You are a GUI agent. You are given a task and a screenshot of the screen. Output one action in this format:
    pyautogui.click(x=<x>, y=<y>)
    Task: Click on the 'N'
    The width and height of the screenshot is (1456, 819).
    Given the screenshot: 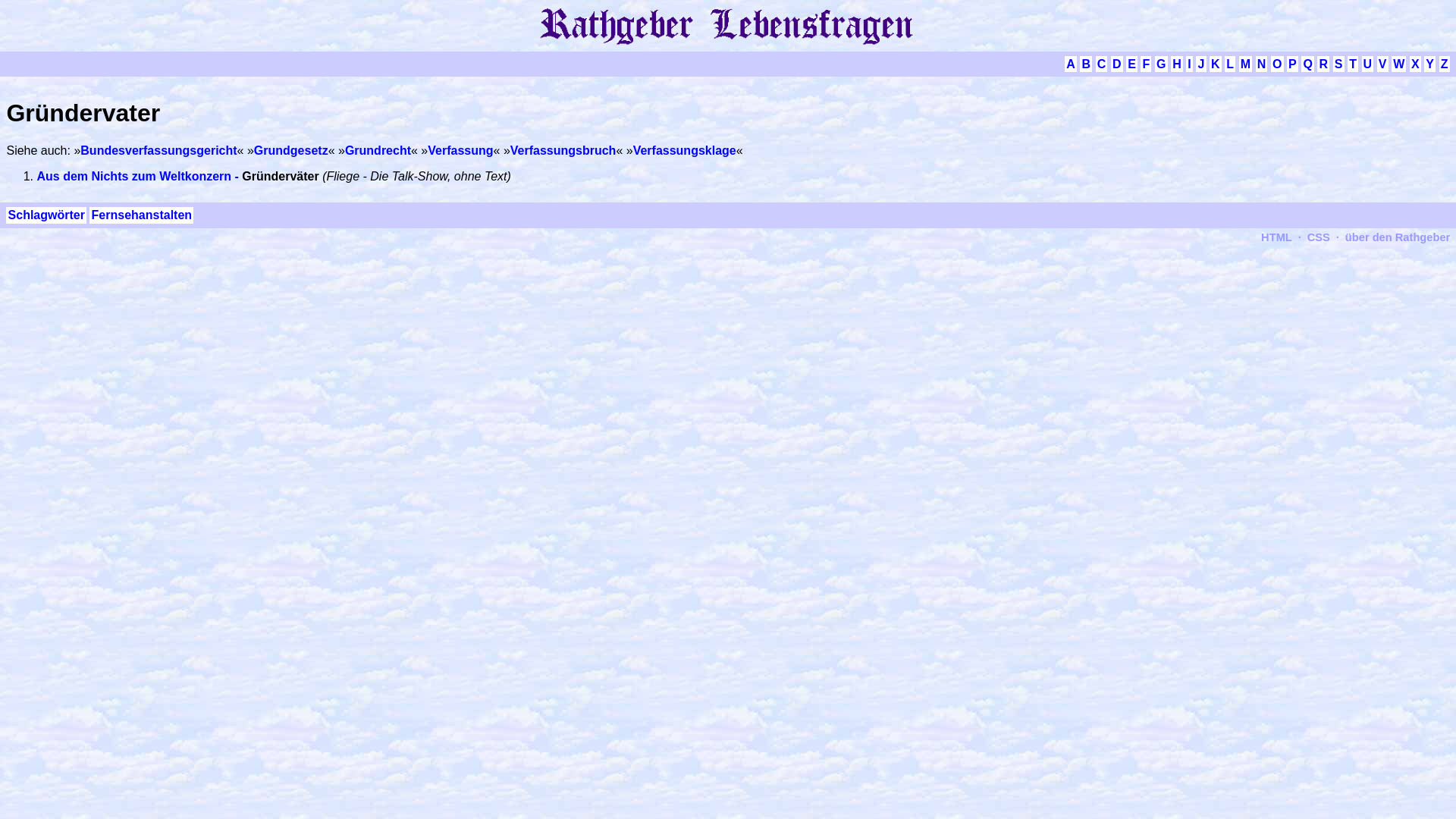 What is the action you would take?
    pyautogui.click(x=1262, y=63)
    